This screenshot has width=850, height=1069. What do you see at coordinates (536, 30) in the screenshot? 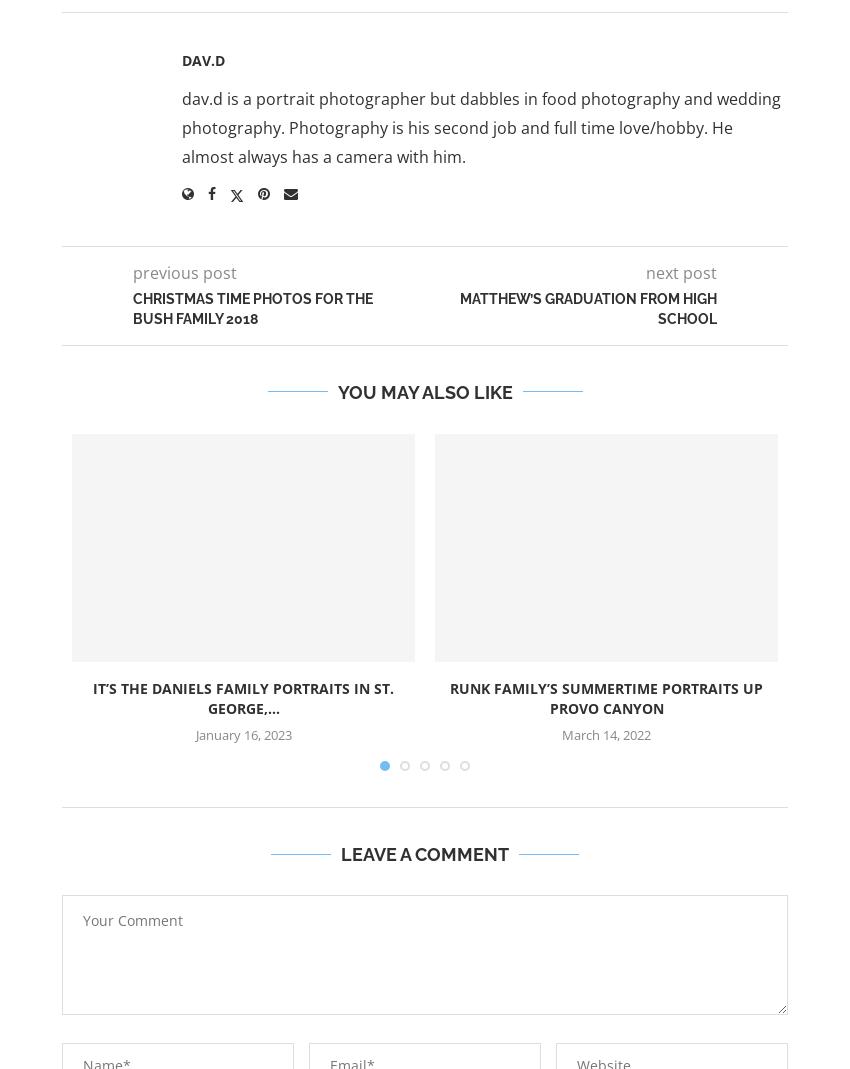
I see `'Tumblr'` at bounding box center [536, 30].